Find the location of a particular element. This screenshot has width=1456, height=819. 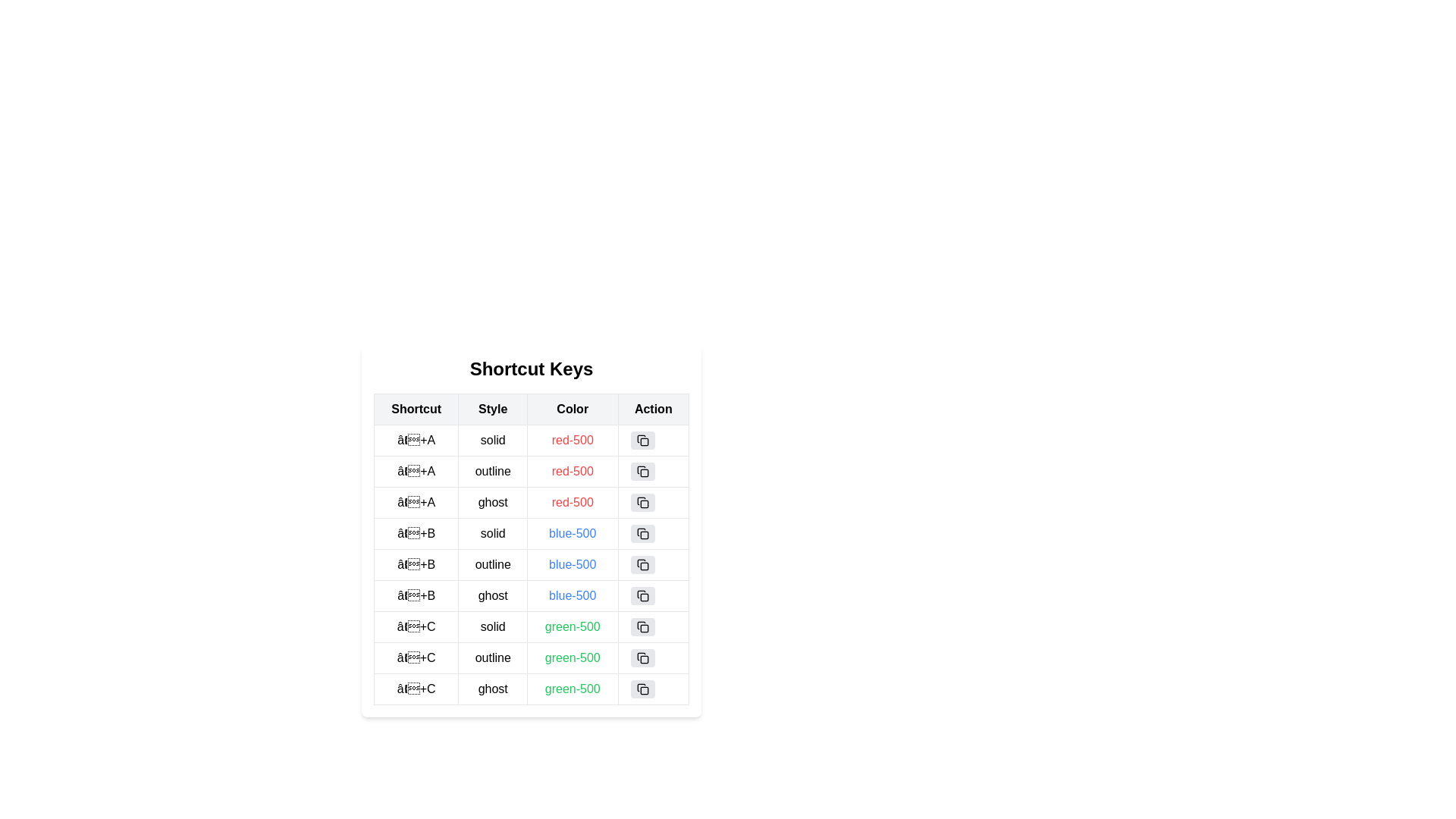

the copy button located in the last row of the table under the 'Action' column is located at coordinates (653, 689).